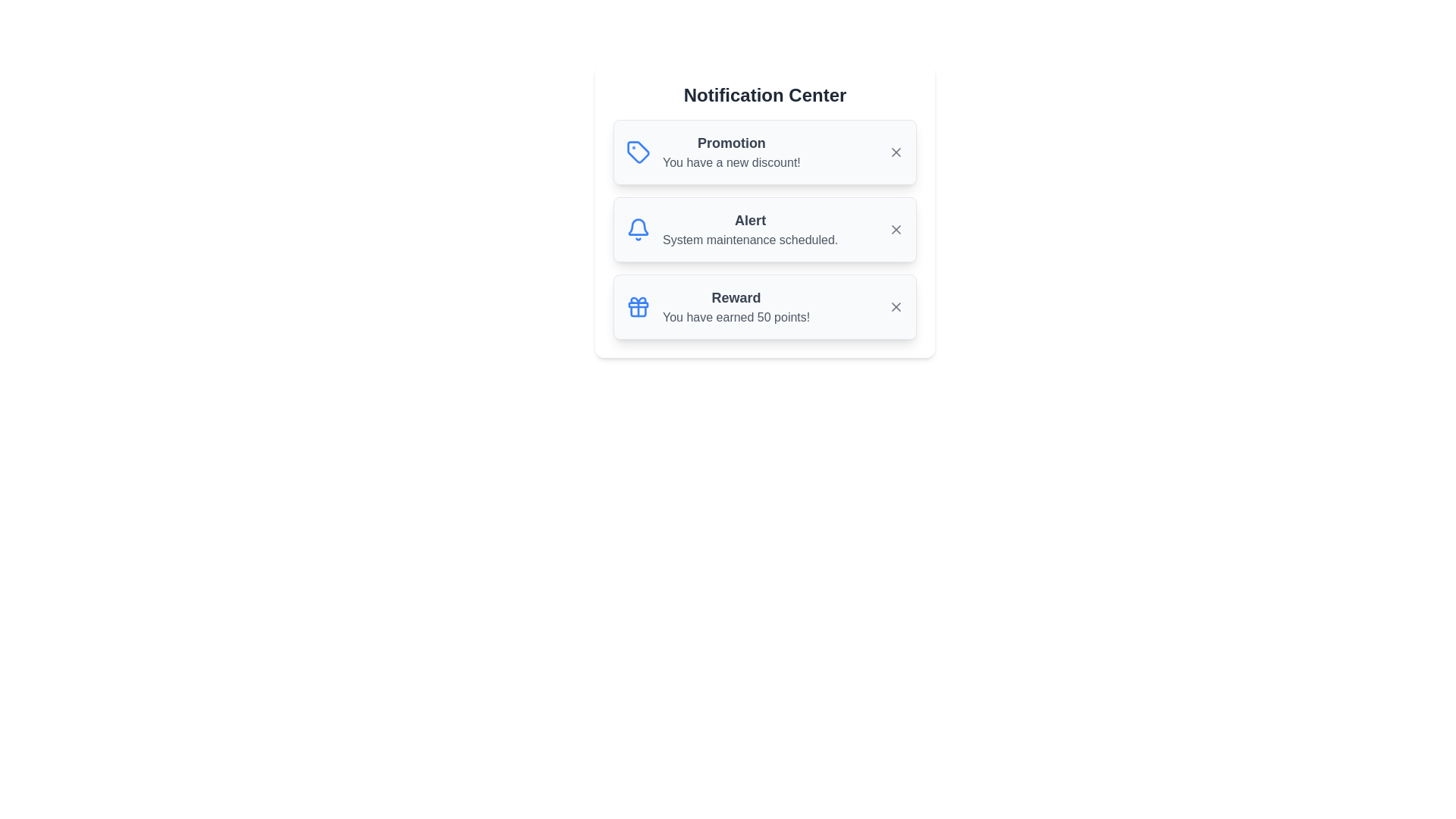 This screenshot has width=1456, height=819. I want to click on the text label displaying 'You have a new discount!' located under the 'Promotion' header in the first notification card of the Notification Center, so click(731, 163).